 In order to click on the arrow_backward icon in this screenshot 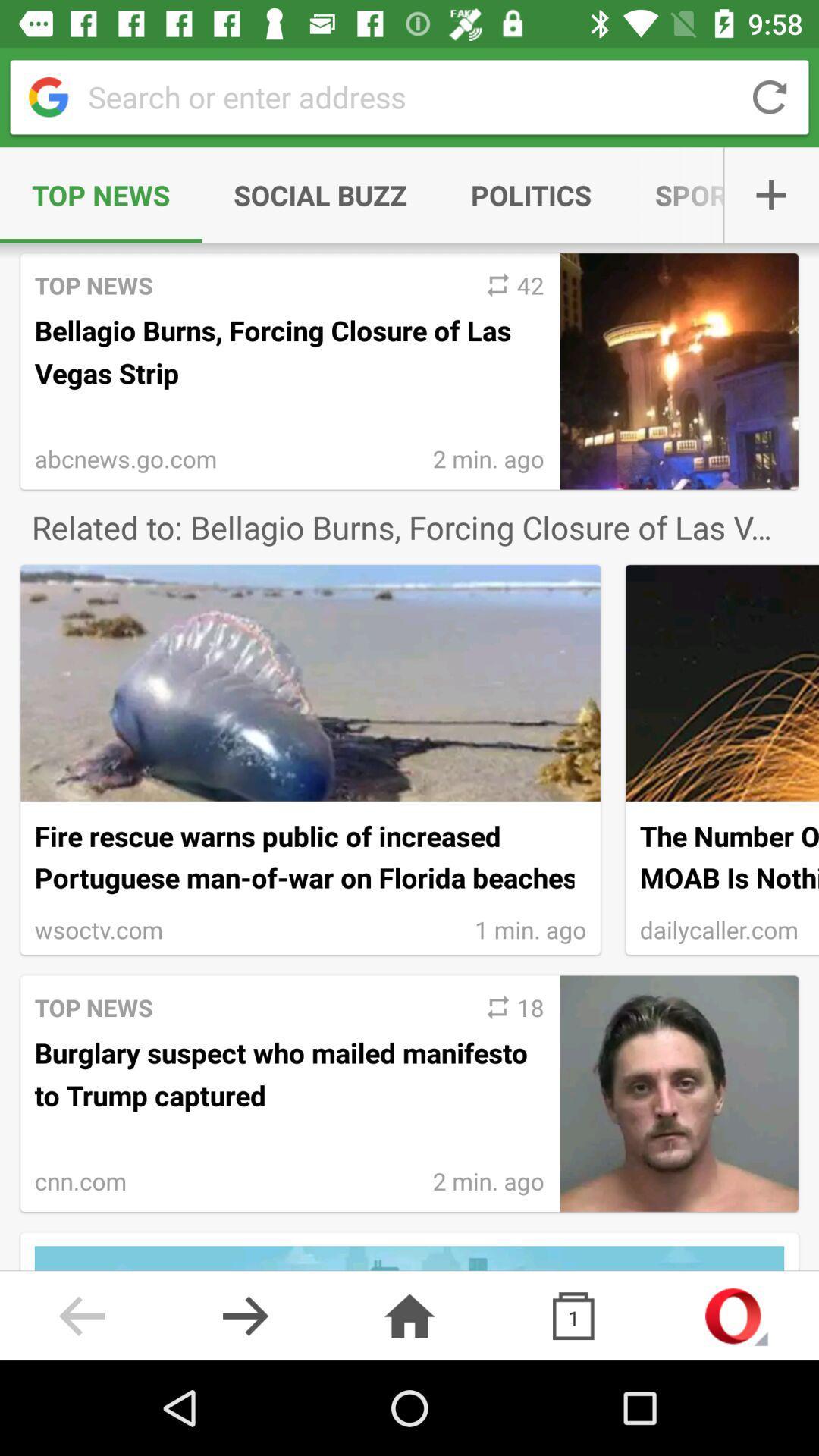, I will do `click(82, 1315)`.